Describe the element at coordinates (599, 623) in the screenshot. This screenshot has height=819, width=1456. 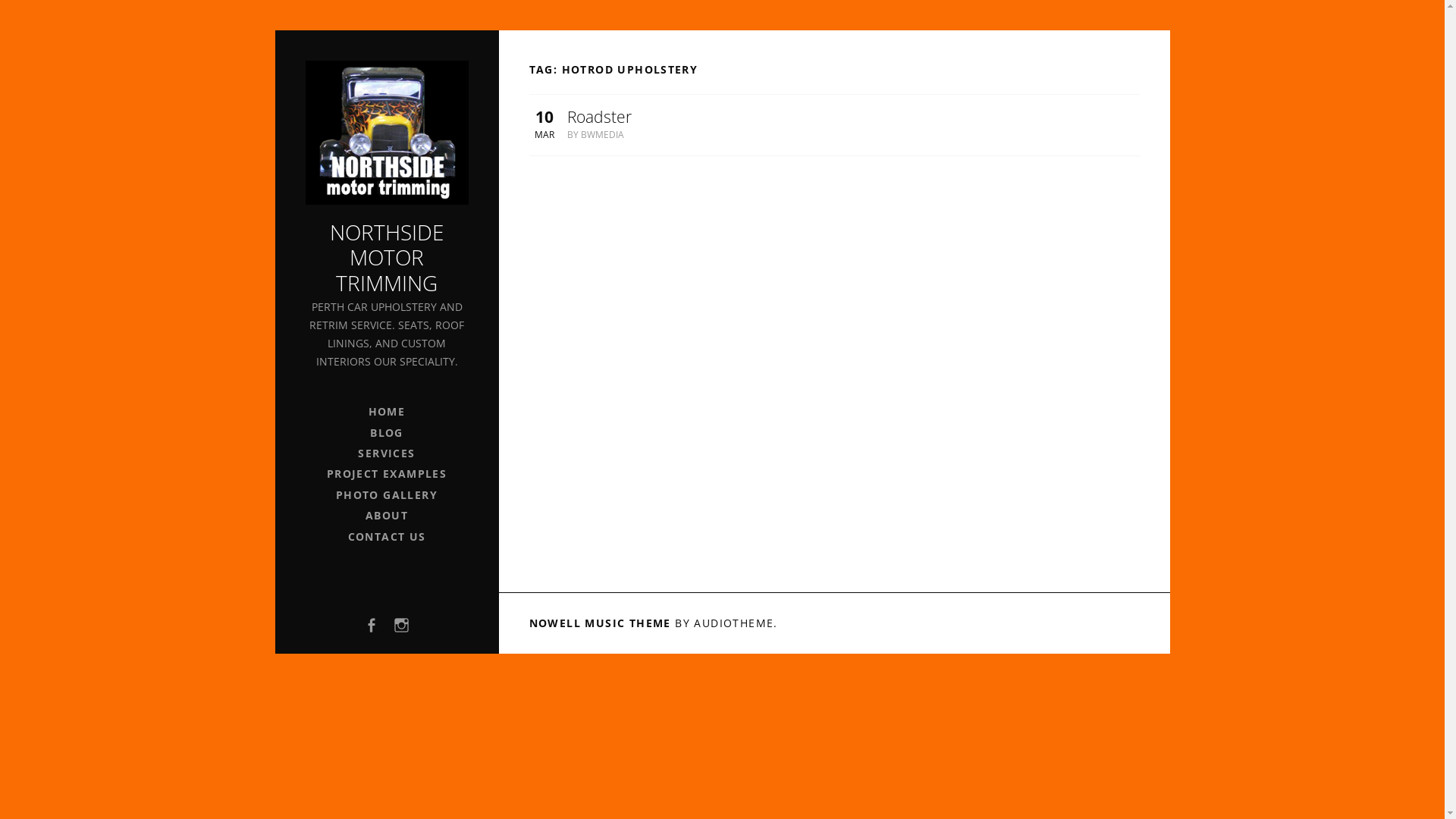
I see `'NOWELL MUSIC THEME'` at that location.